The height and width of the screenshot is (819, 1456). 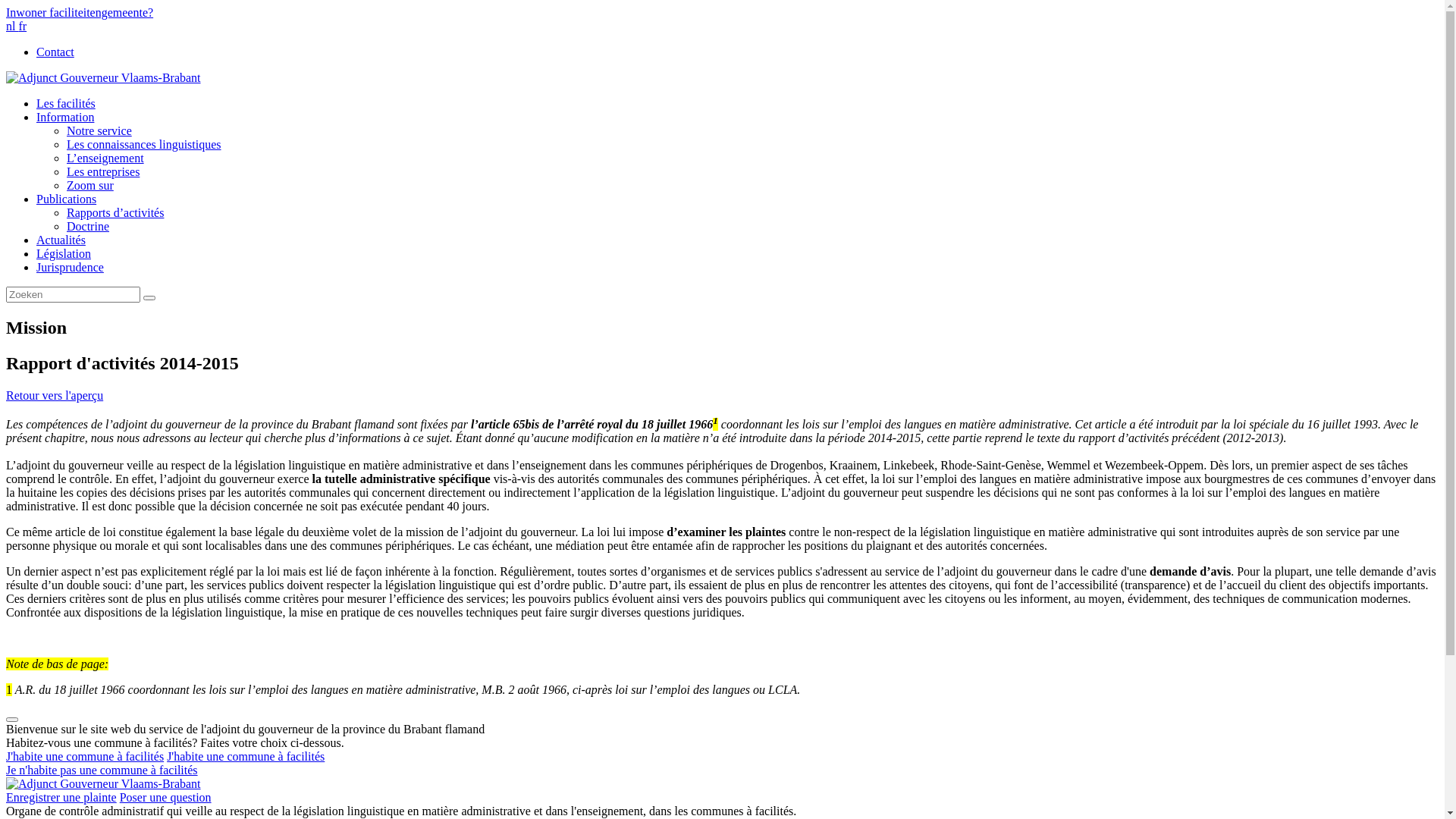 What do you see at coordinates (6, 12) in the screenshot?
I see `'Inwoner faciliteitengemeente?'` at bounding box center [6, 12].